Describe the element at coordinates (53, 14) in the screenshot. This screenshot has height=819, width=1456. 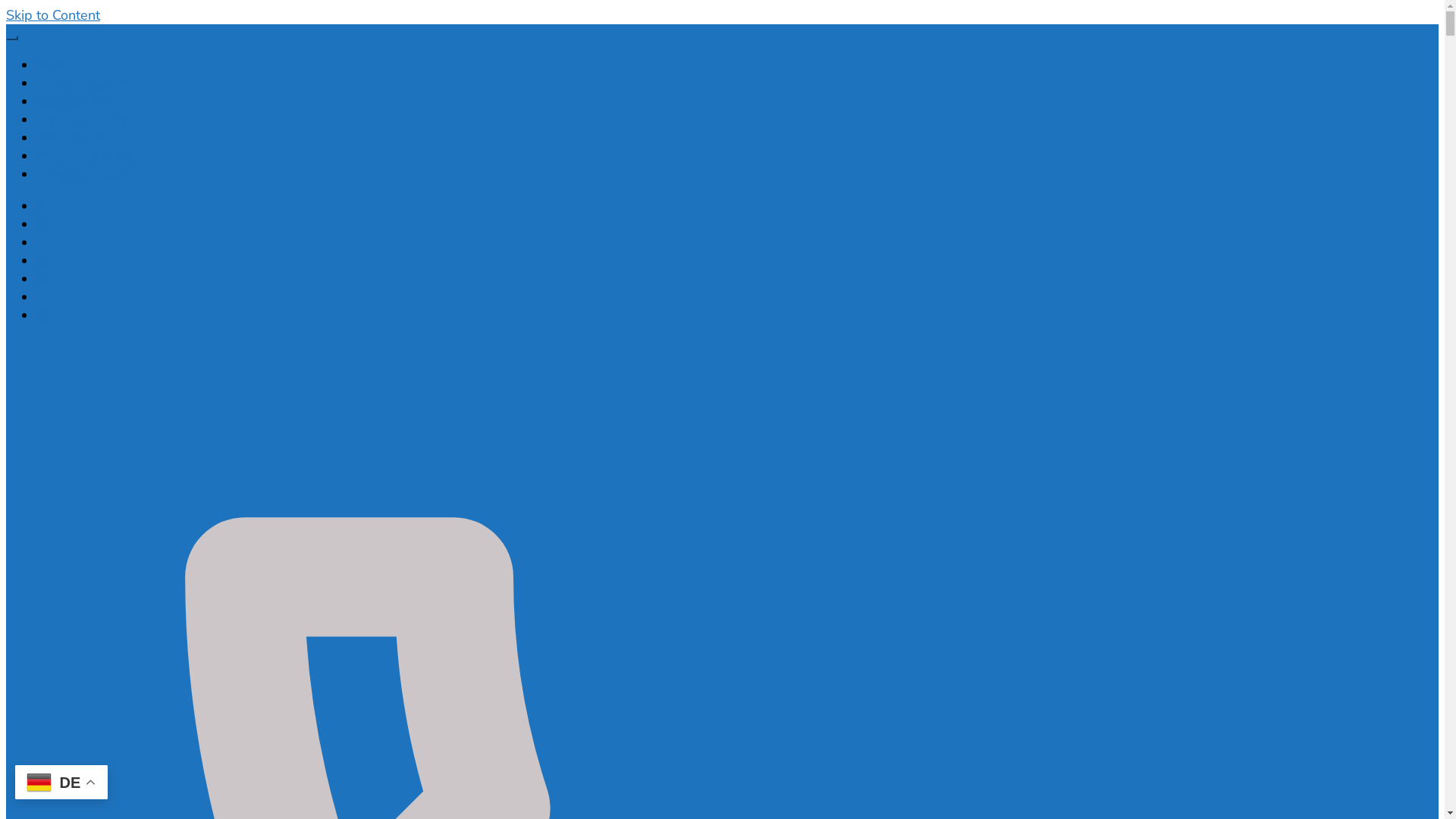
I see `'Skip to Content'` at that location.